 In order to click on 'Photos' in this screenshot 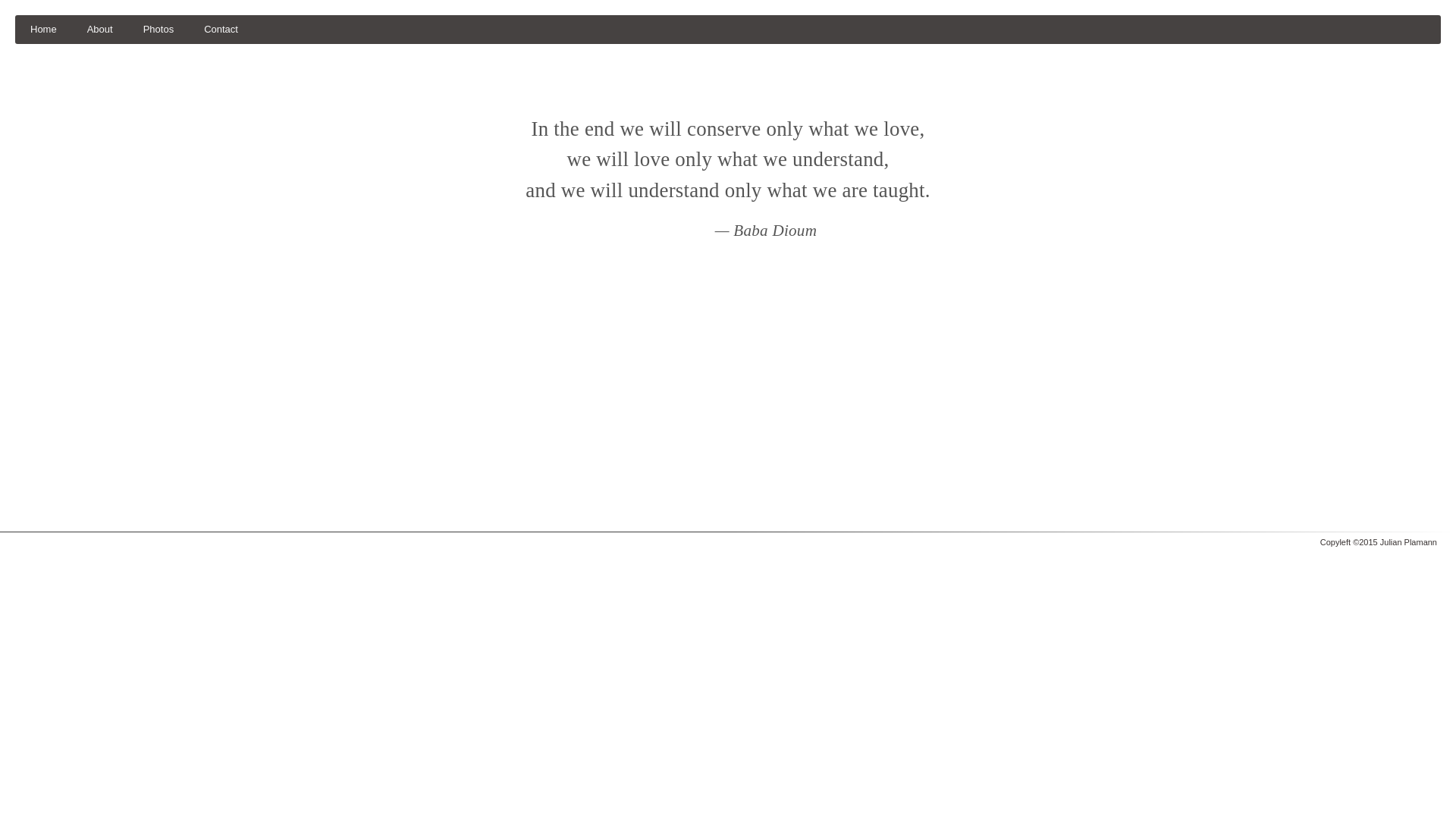, I will do `click(158, 29)`.